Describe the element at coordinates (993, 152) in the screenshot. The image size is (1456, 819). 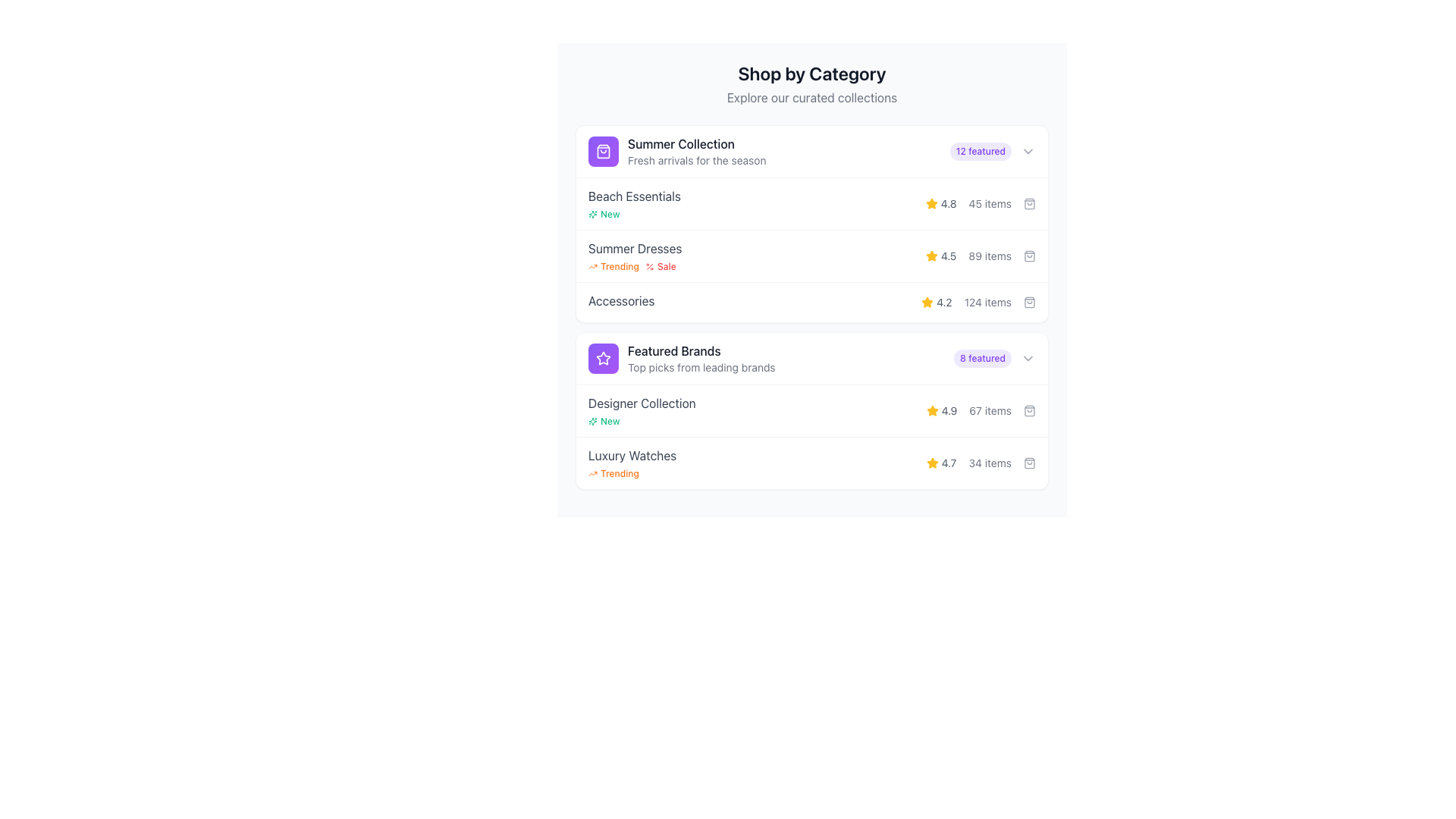
I see `the content of the badge labeled '12 featured', which is a small, rounded label with purple text on a light purple background, located in the upper-right corner of the 'Summer Collection' section` at that location.